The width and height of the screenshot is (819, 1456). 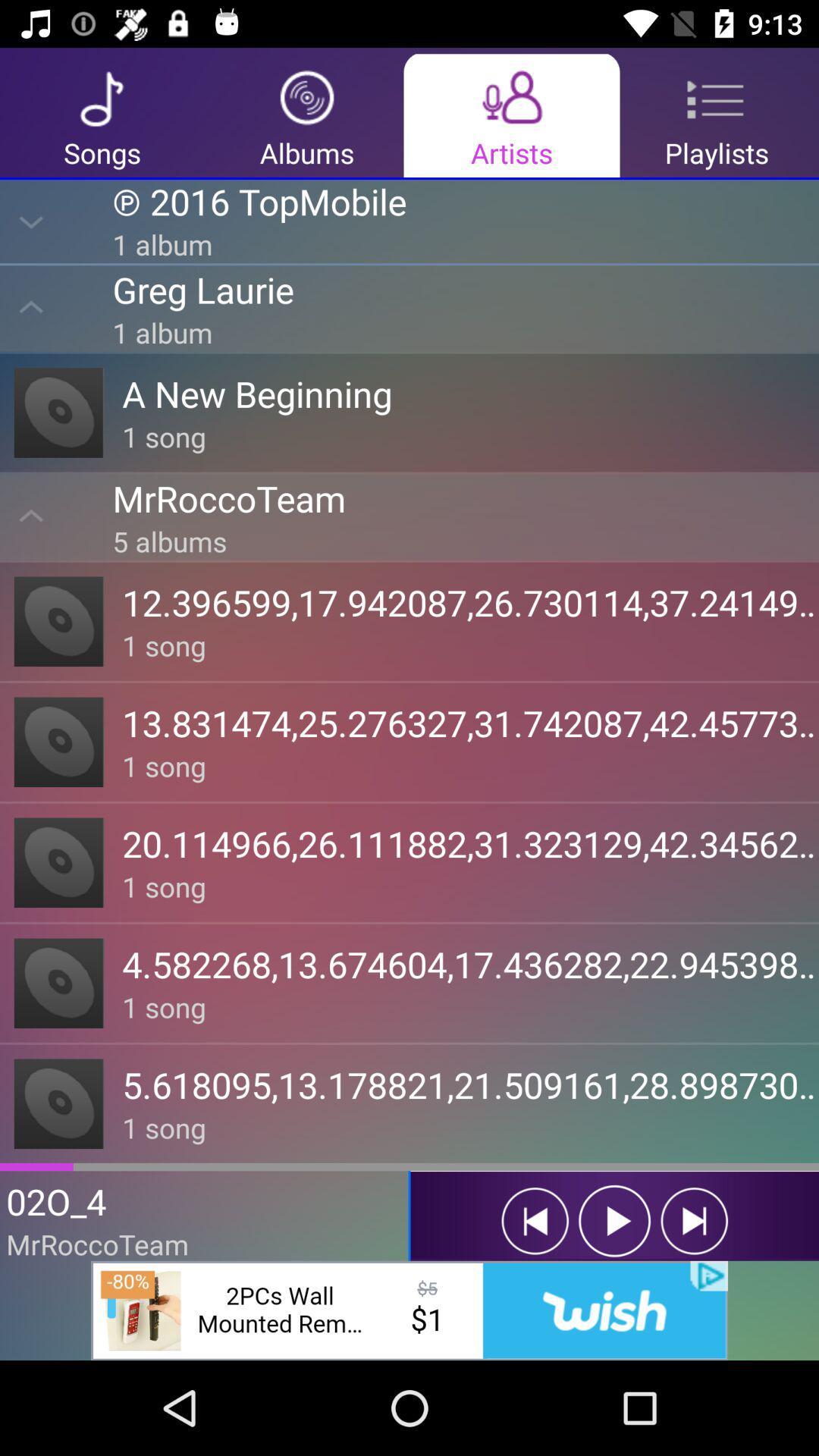 What do you see at coordinates (534, 1221) in the screenshot?
I see `the skip_previous icon` at bounding box center [534, 1221].